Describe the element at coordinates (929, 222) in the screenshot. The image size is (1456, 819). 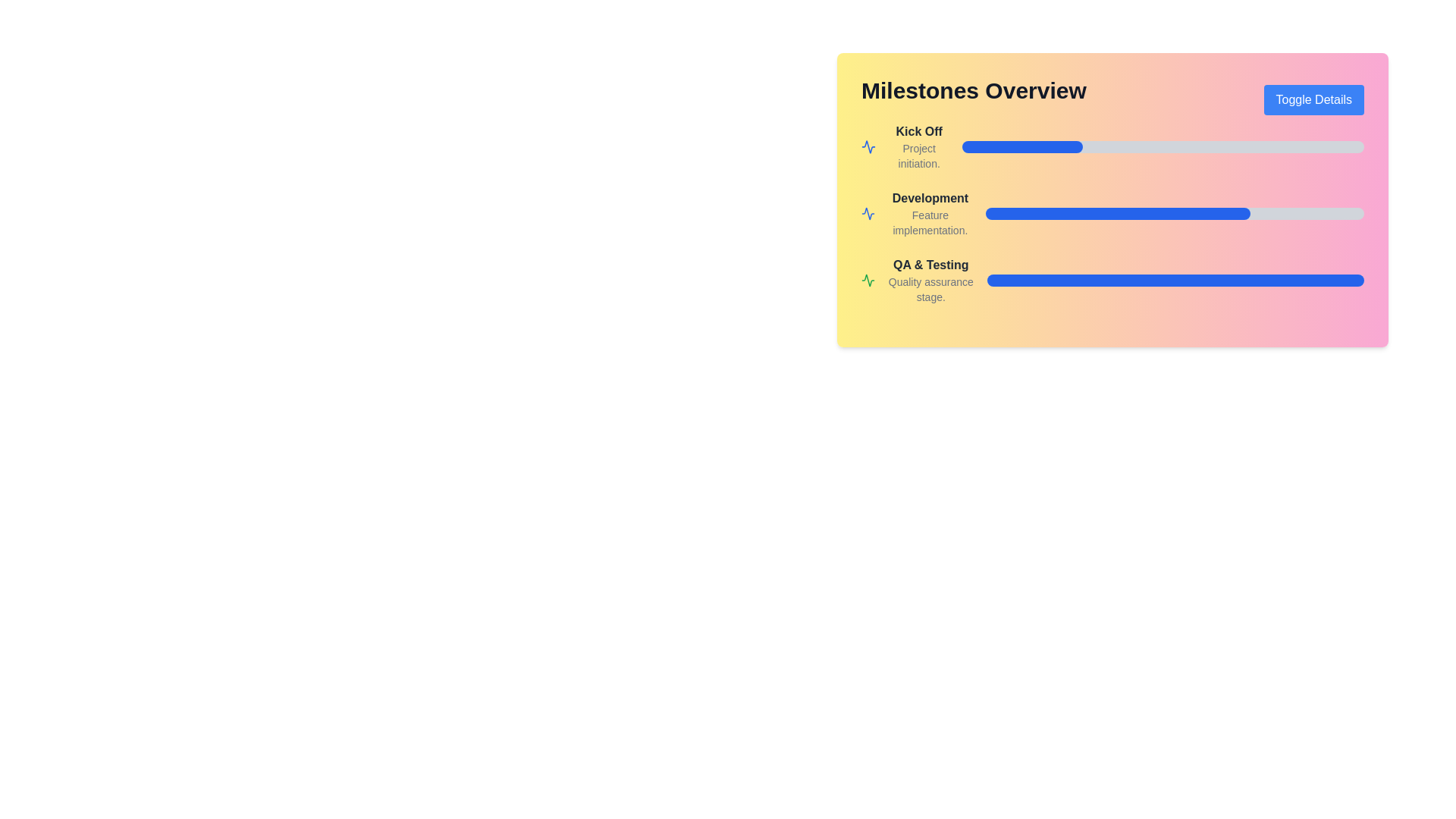
I see `the text label displaying 'Feature implementation.' which is styled in a smaller, subdued gray font and positioned below the bolded title 'Development' in the 'Milestones Overview' section` at that location.